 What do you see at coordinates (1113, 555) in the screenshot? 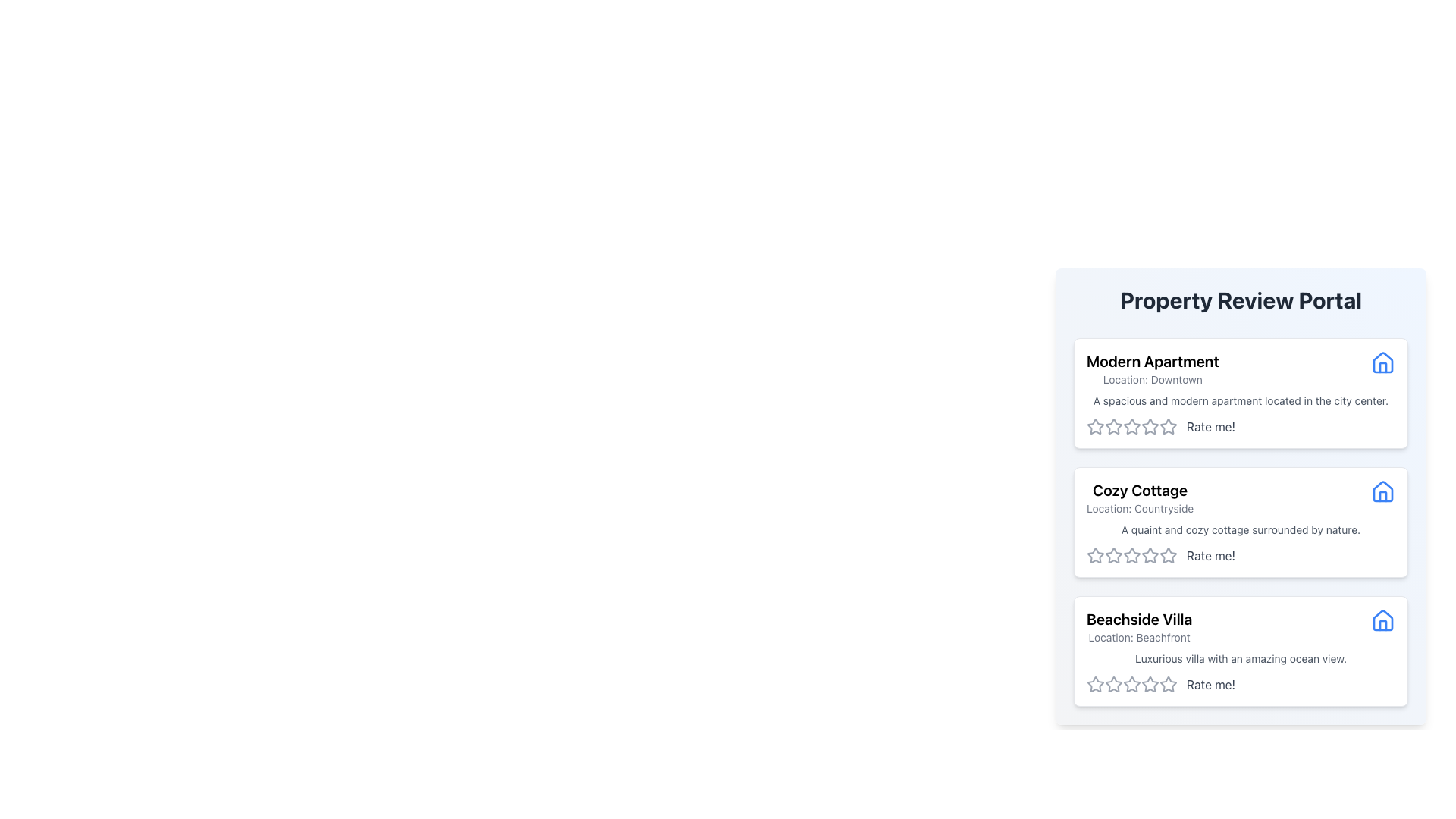
I see `the second star icon in the group of five stars for the 'Cozy Cottage' property` at bounding box center [1113, 555].